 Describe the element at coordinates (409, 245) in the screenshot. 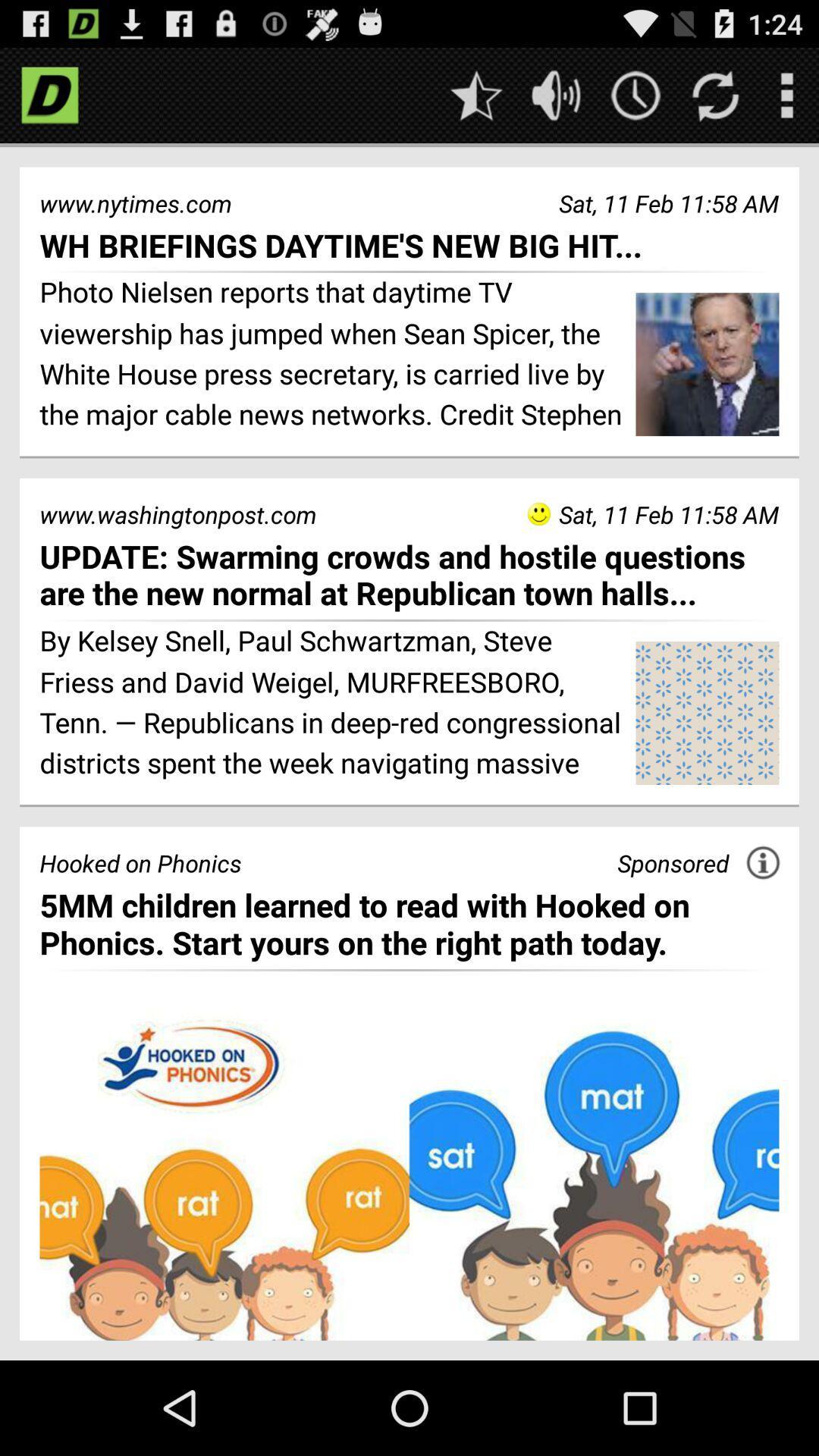

I see `wh briefings daytime icon` at that location.